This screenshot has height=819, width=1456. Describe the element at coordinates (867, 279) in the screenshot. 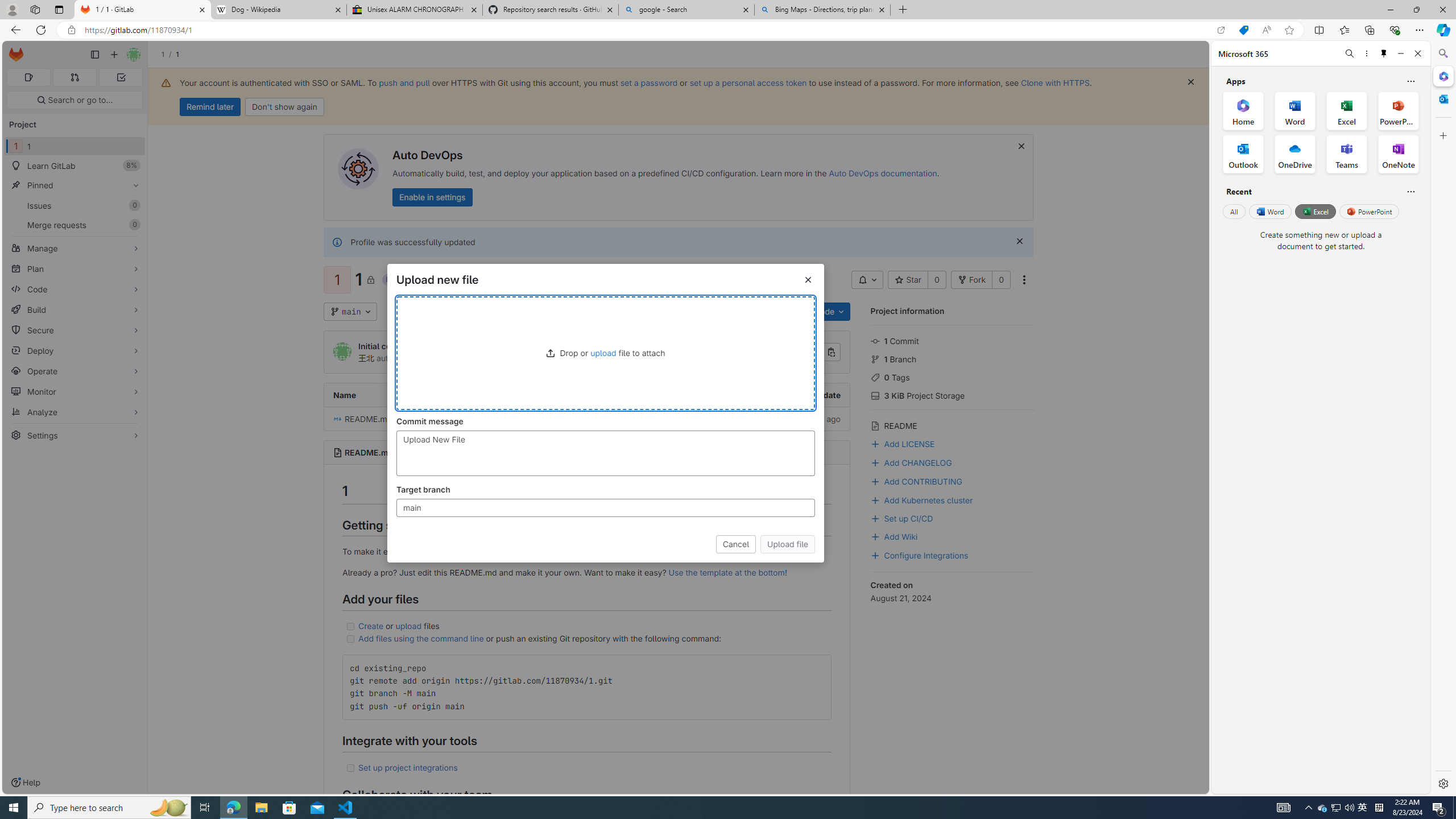

I see `'AutomationID: __BVID__498__BV_toggle_'` at that location.